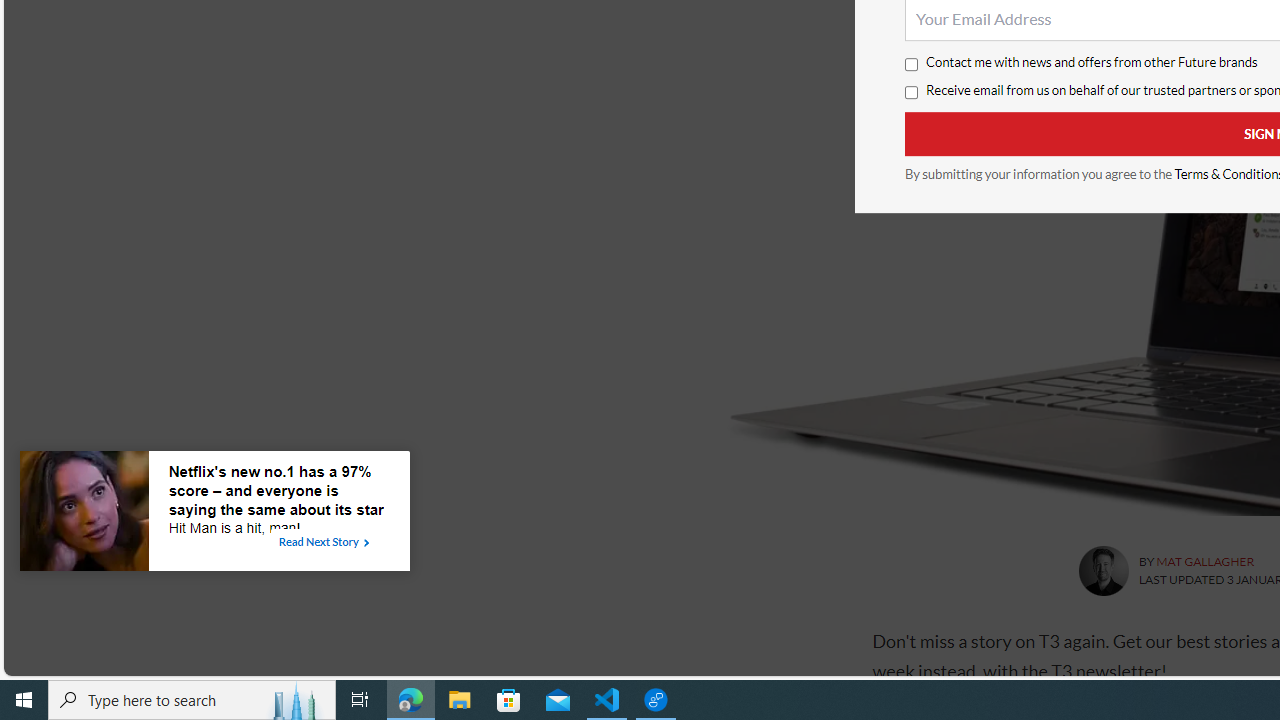 This screenshot has width=1280, height=720. I want to click on 'Class: tbl-arrow-icon arrow-1', so click(366, 543).